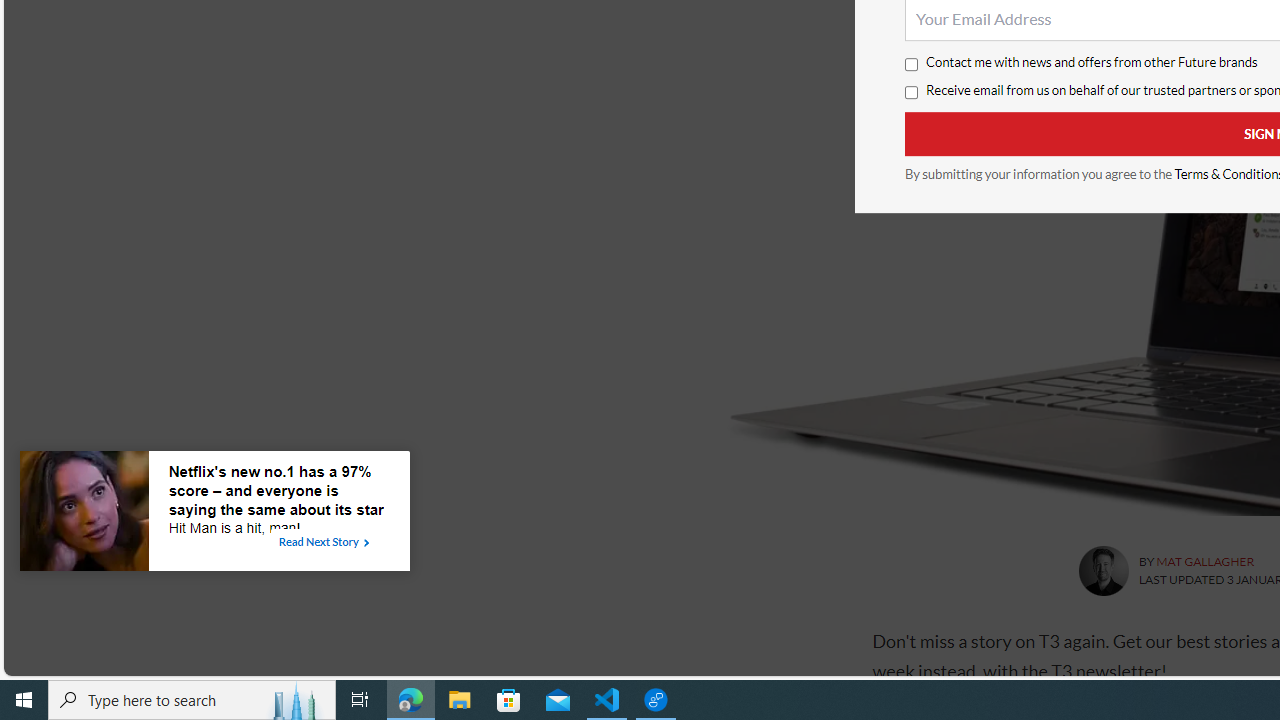 This screenshot has width=1280, height=720. I want to click on 'Class: tbl-arrow-icon arrow-1', so click(366, 543).